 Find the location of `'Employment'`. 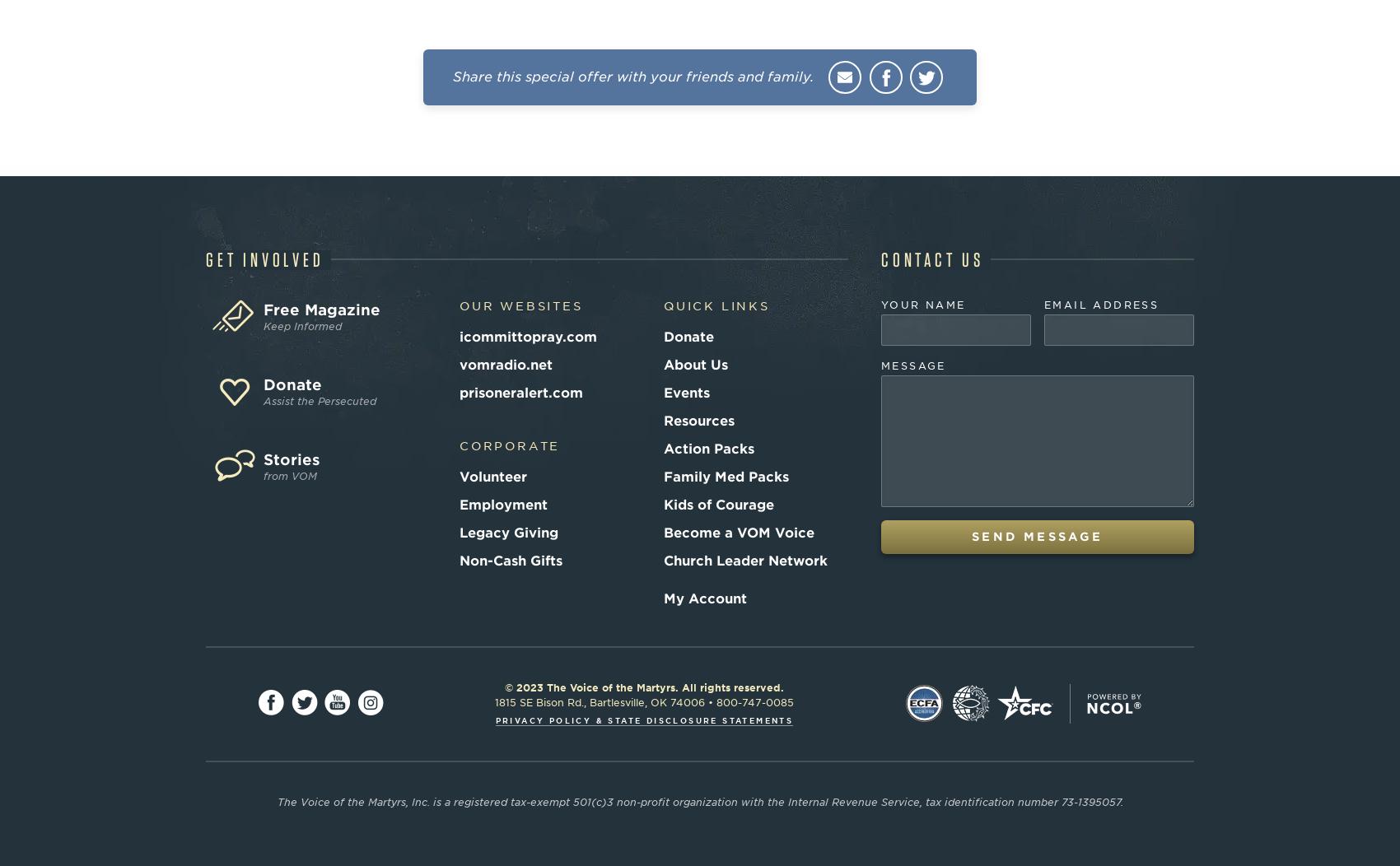

'Employment' is located at coordinates (458, 503).